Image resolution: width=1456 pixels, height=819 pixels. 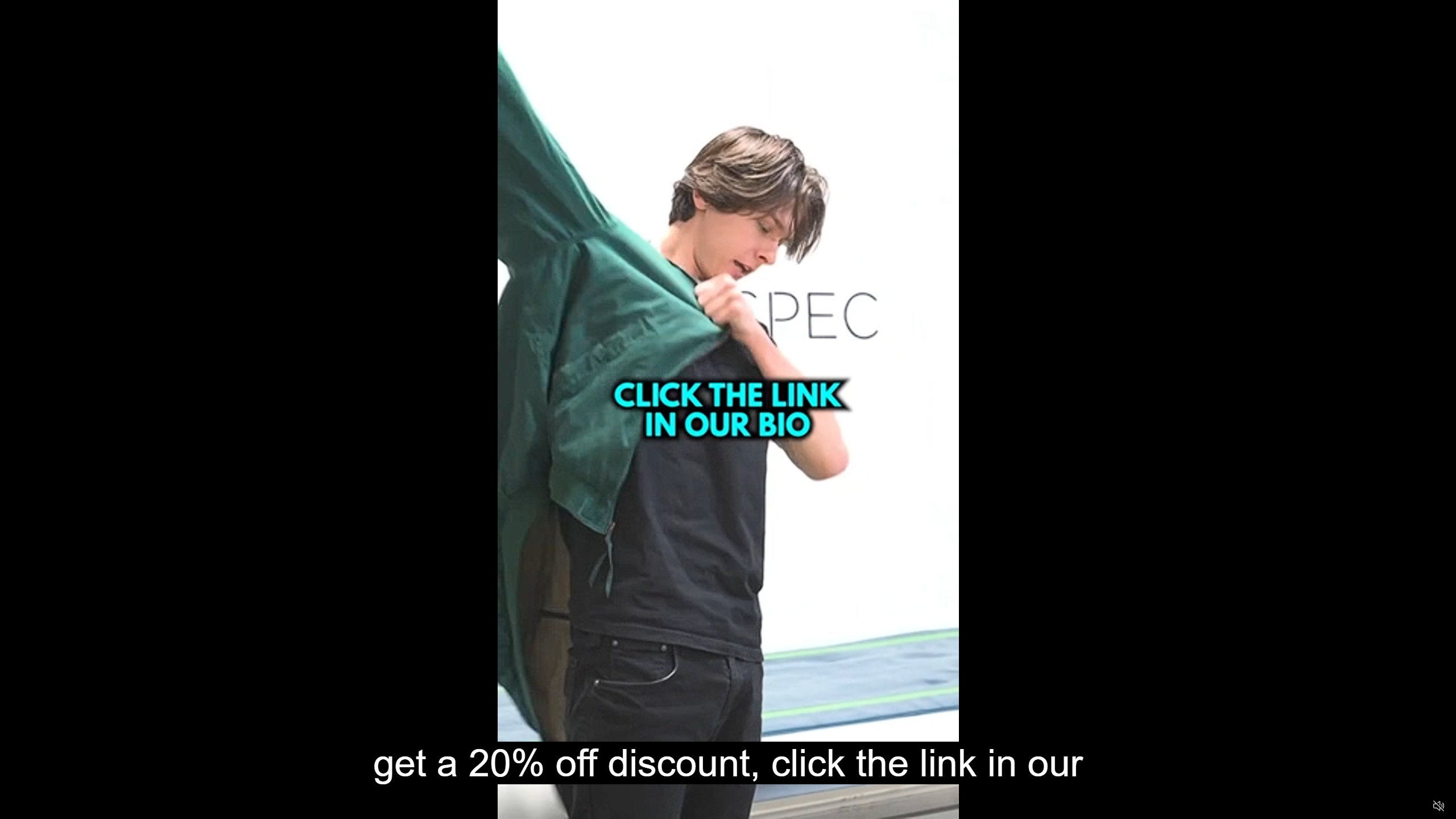 I want to click on 'Captions', so click(x=1394, y=806).